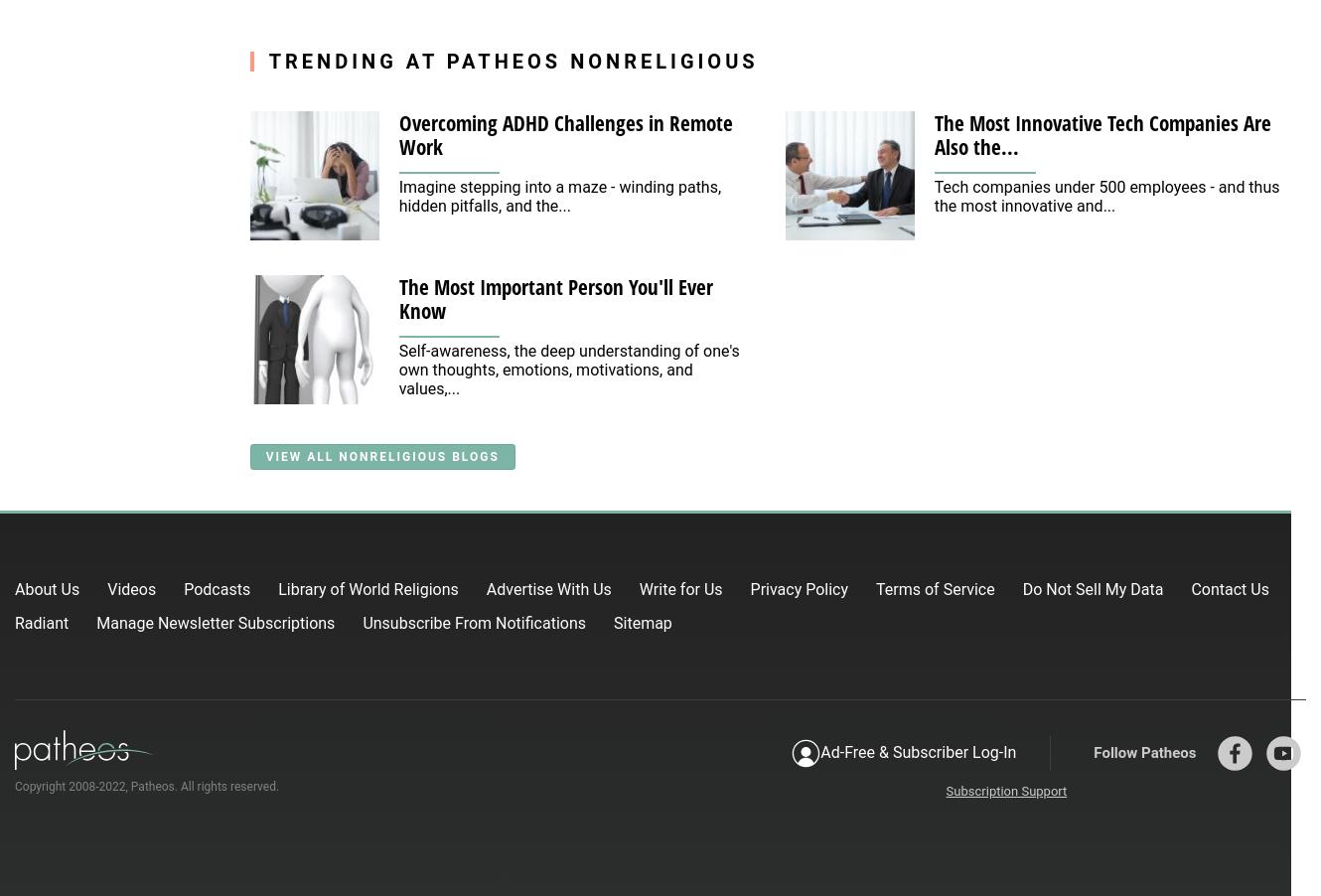 Image resolution: width=1321 pixels, height=896 pixels. What do you see at coordinates (1005, 789) in the screenshot?
I see `'Subscription Support'` at bounding box center [1005, 789].